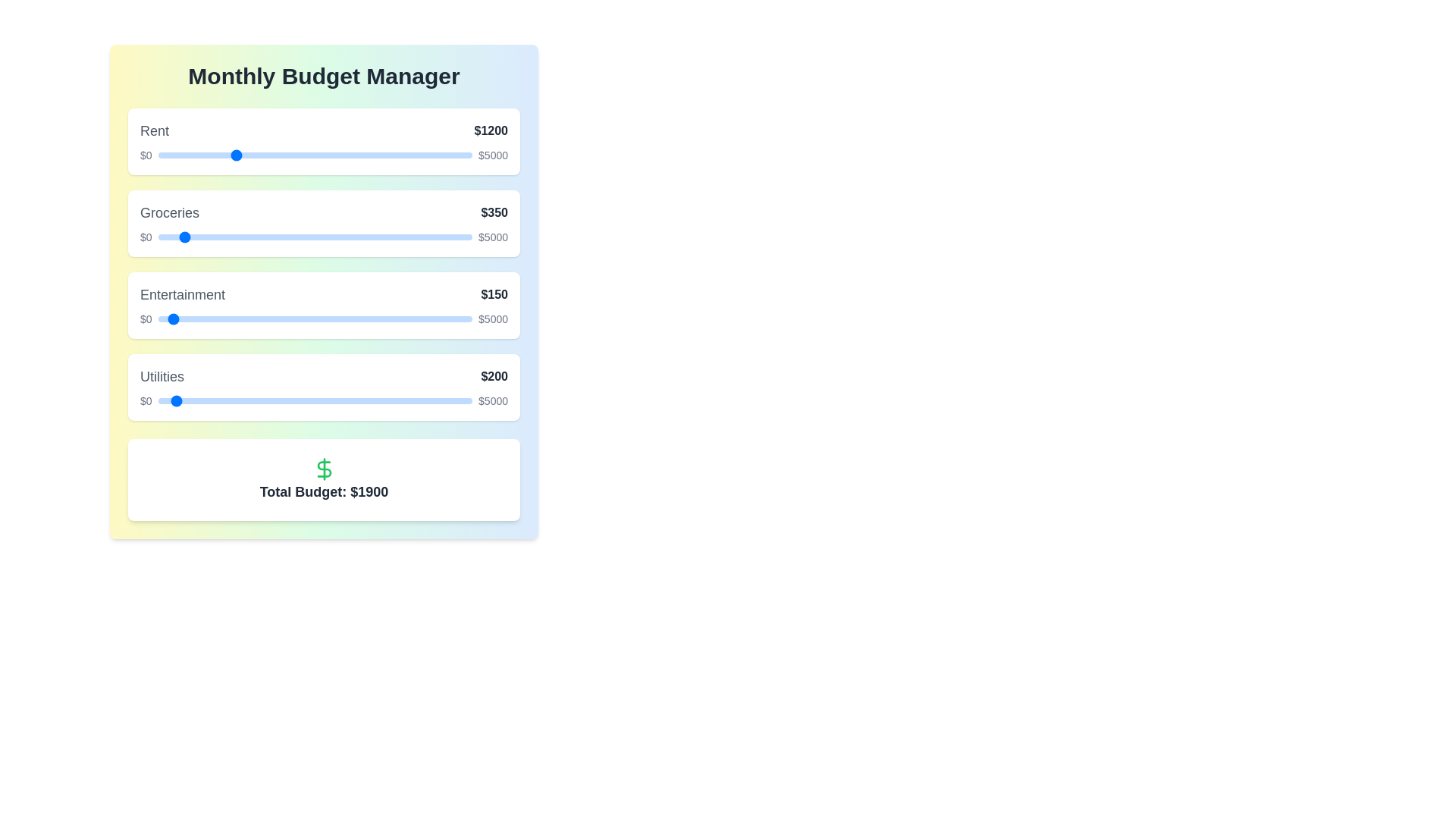 Image resolution: width=1456 pixels, height=819 pixels. Describe the element at coordinates (182, 295) in the screenshot. I see `the static text label for the 'Entertainment' expense category, which is positioned in the middle of the third row of expense categories` at that location.